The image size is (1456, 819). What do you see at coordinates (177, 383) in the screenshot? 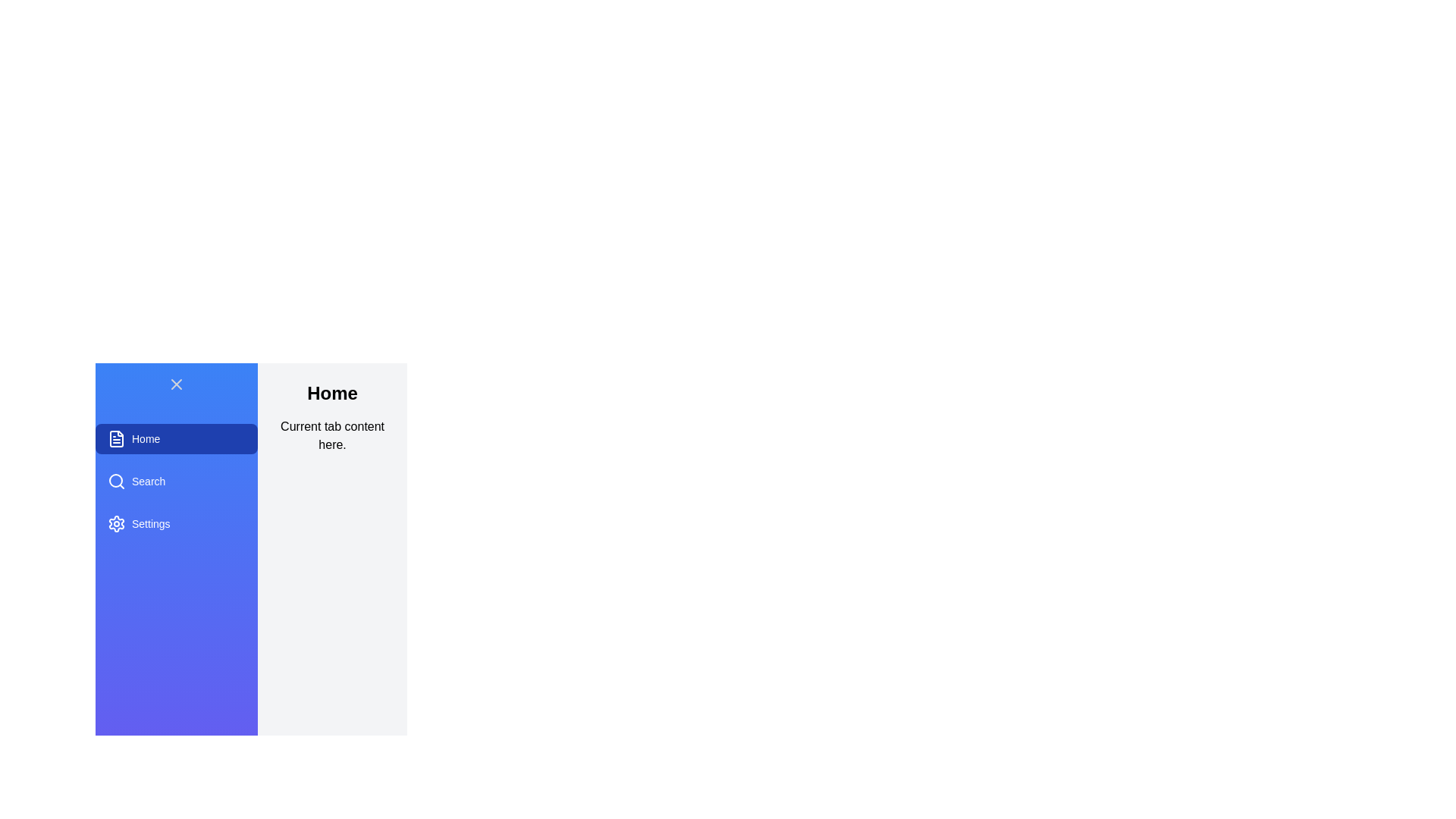
I see `the toggle button to toggle the drawer open or closed` at bounding box center [177, 383].